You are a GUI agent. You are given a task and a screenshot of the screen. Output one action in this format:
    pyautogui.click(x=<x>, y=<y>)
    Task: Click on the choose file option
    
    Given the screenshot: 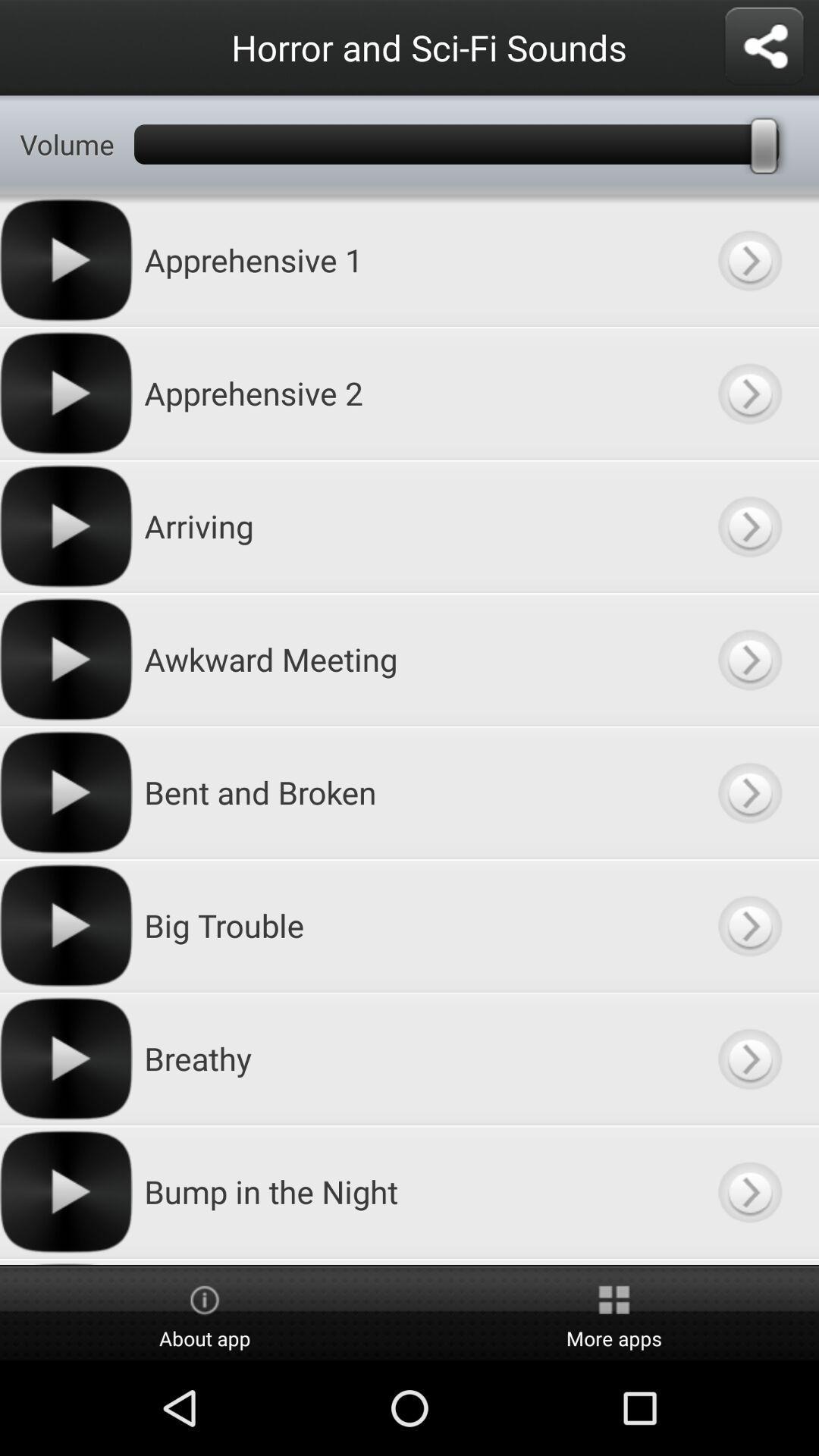 What is the action you would take?
    pyautogui.click(x=748, y=659)
    